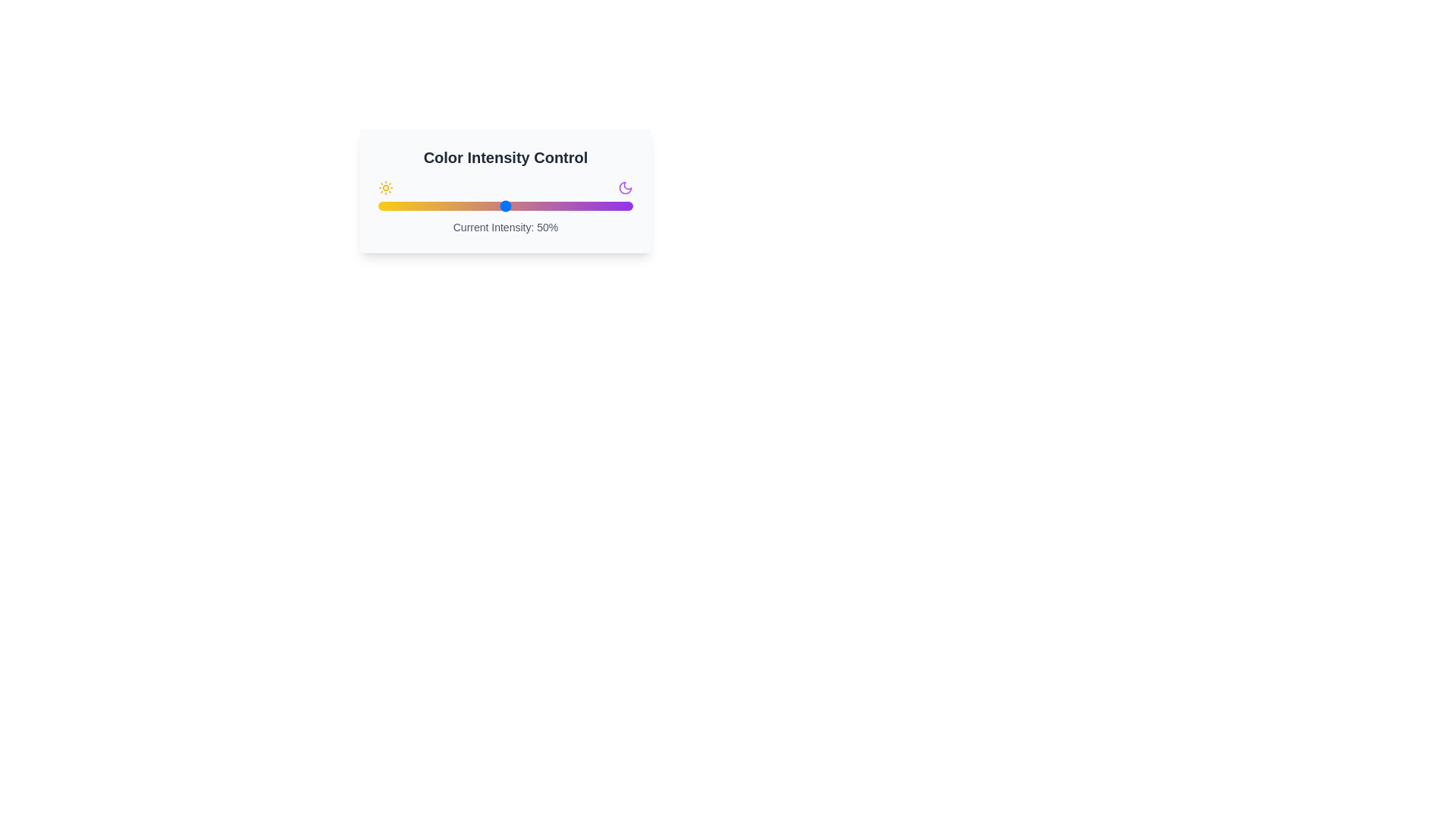 This screenshot has height=819, width=1456. Describe the element at coordinates (579, 206) in the screenshot. I see `the color intensity to 79% by adjusting the slider` at that location.